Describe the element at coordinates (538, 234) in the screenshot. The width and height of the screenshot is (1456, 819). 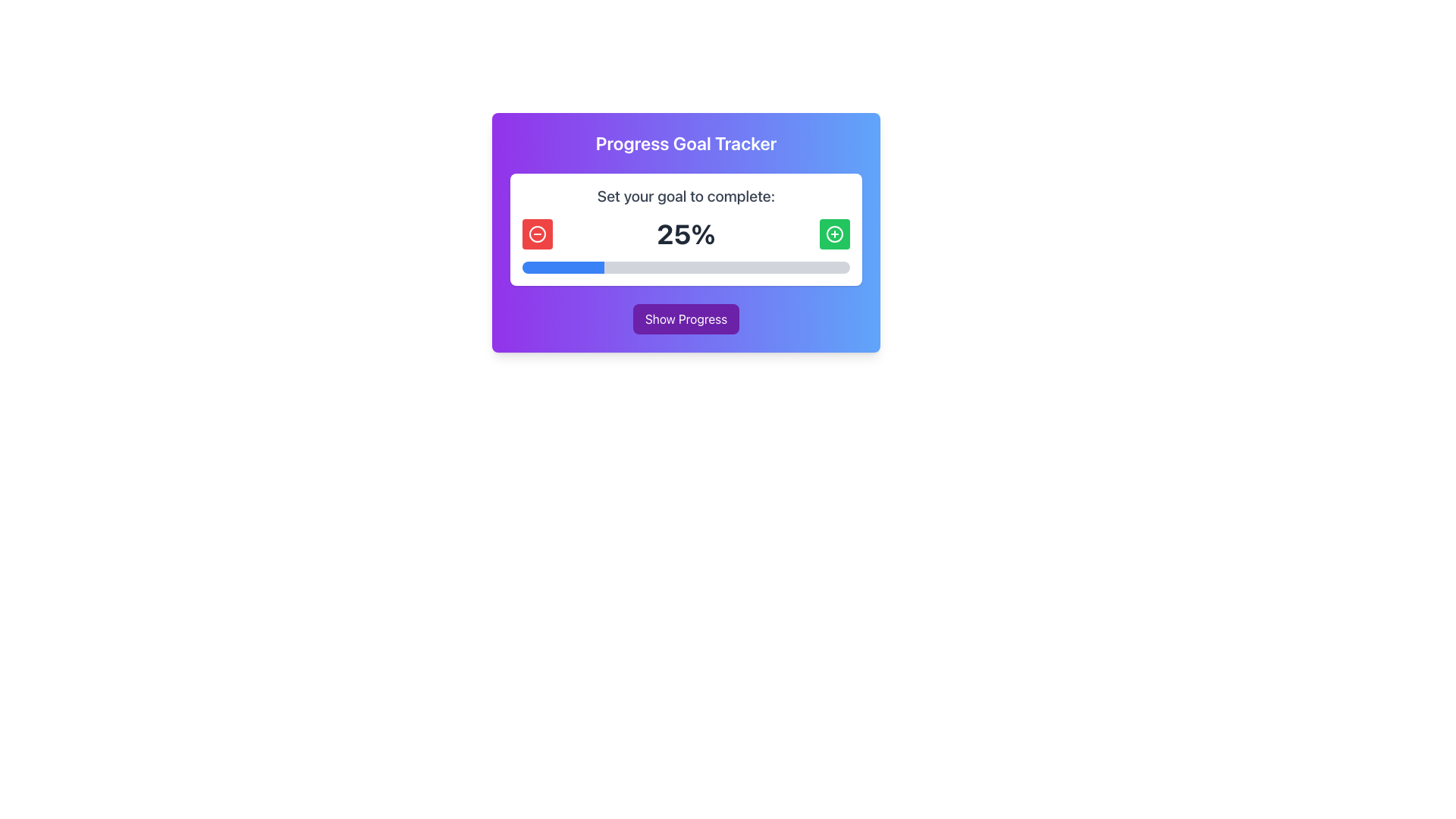
I see `the circular red button with a white minus icon located to the left of the '25%' text in the progress tracker card to decrease the progress` at that location.